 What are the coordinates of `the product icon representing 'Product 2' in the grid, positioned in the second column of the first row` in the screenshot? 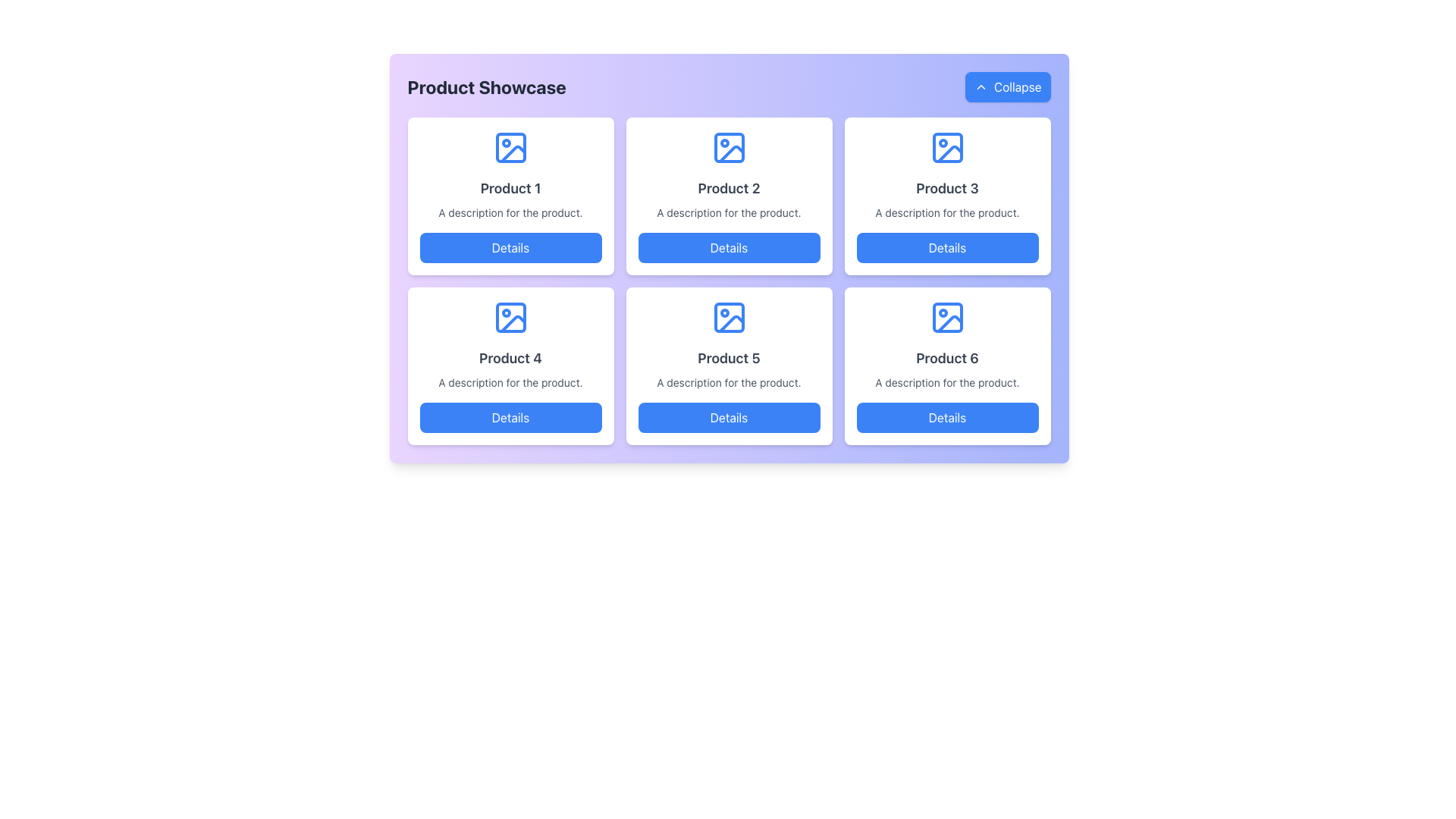 It's located at (729, 148).